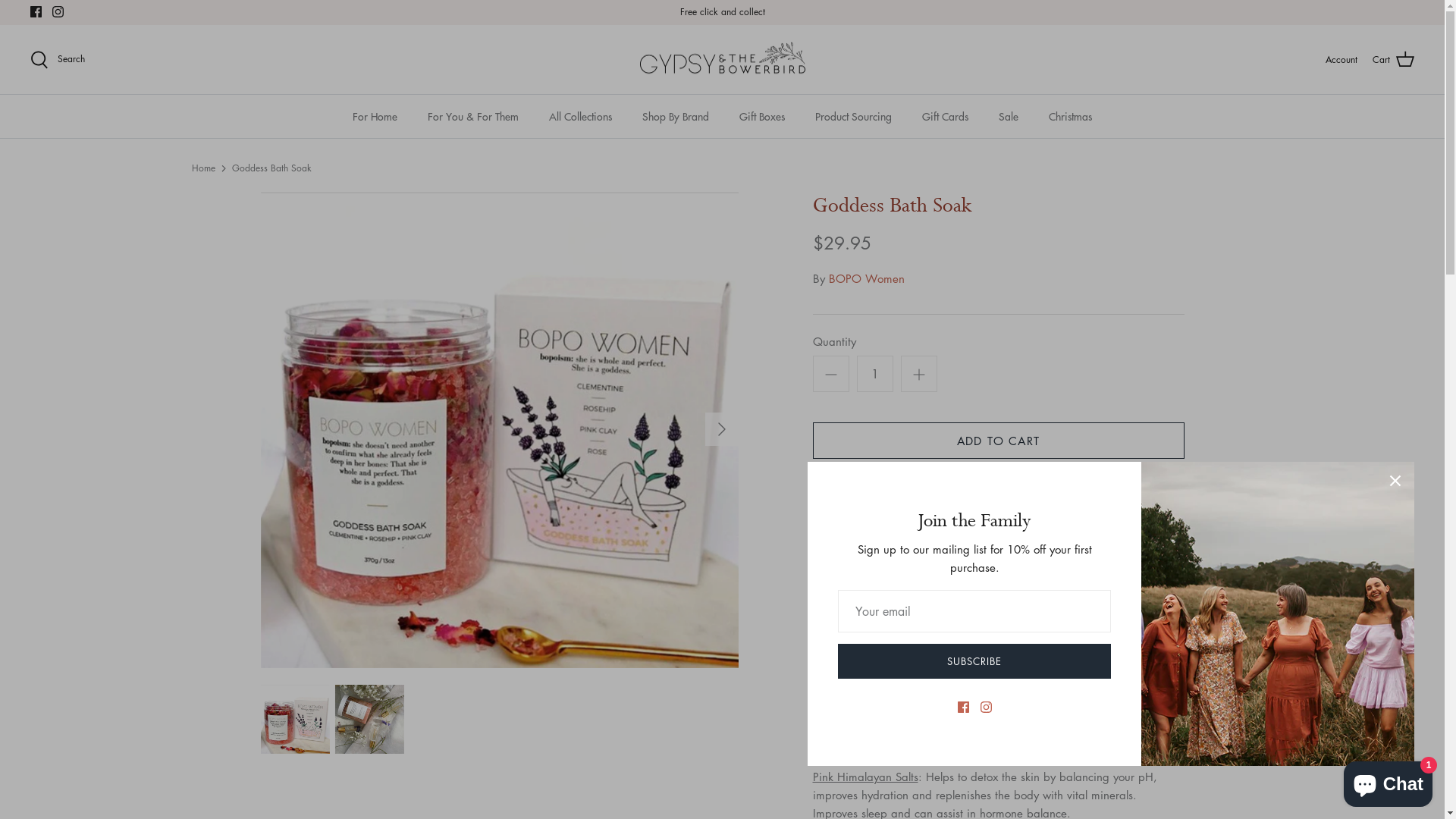  Describe the element at coordinates (271, 168) in the screenshot. I see `'Goddess Bath Soak'` at that location.